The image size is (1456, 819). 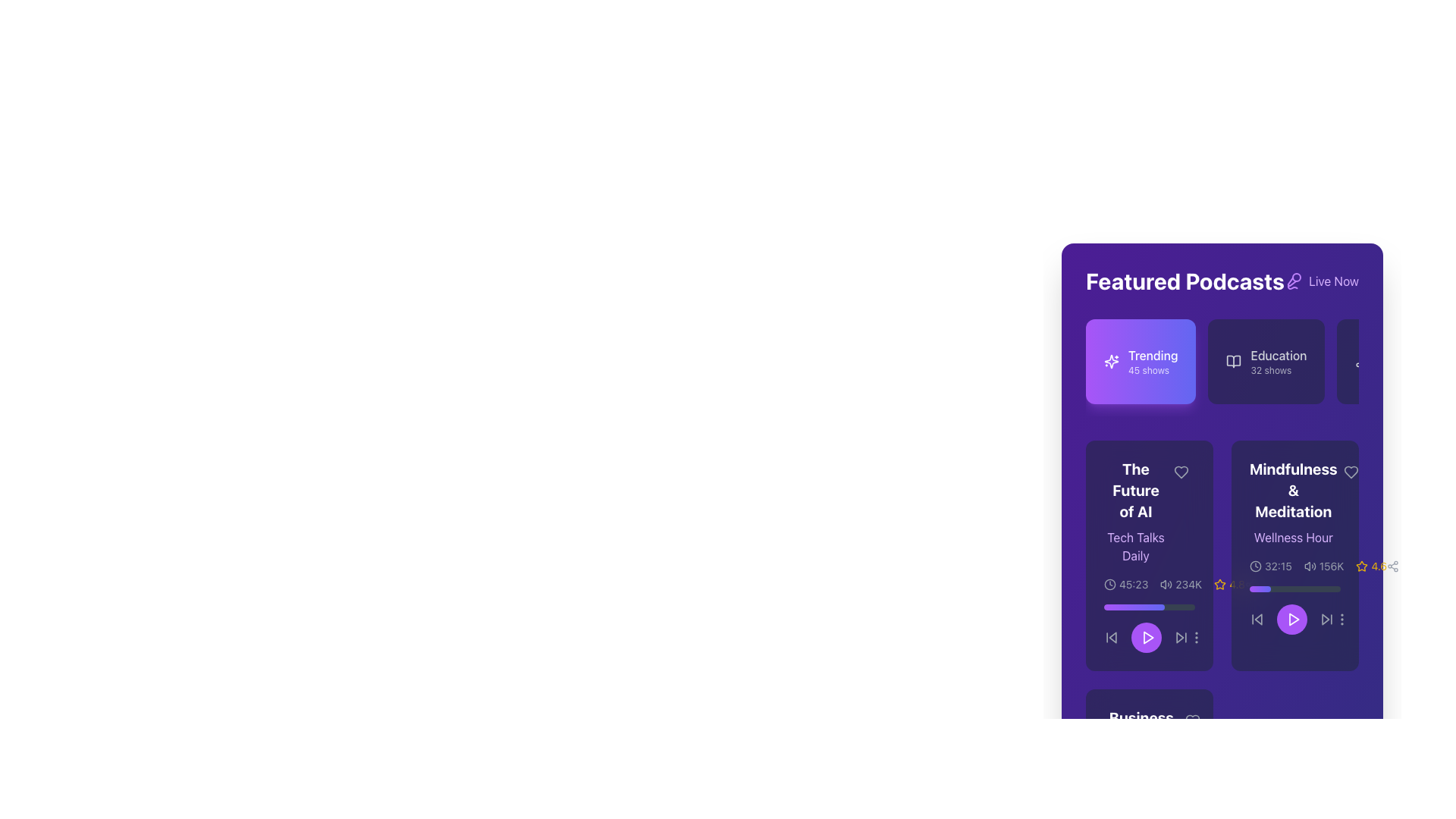 I want to click on the slider value, so click(x=1109, y=607).